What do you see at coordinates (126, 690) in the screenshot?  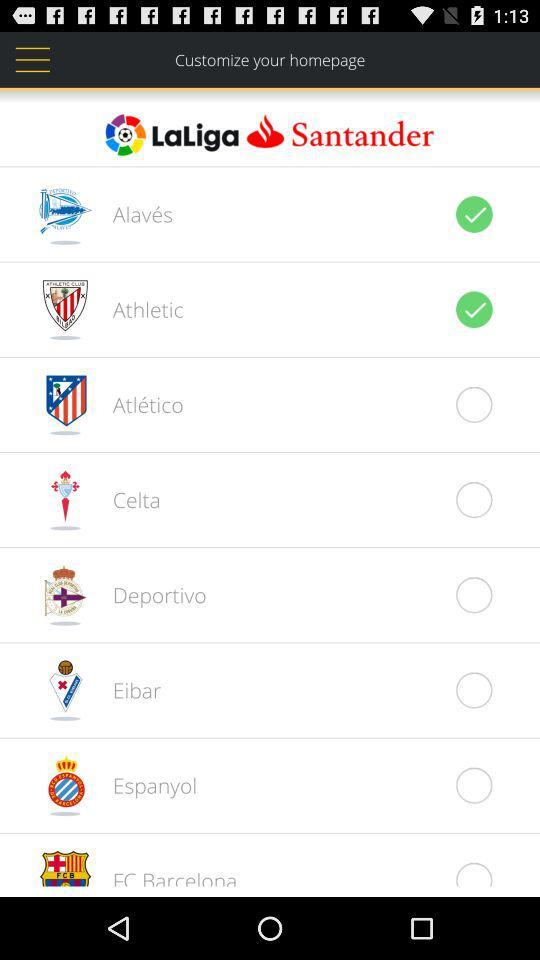 I see `the eibar item` at bounding box center [126, 690].